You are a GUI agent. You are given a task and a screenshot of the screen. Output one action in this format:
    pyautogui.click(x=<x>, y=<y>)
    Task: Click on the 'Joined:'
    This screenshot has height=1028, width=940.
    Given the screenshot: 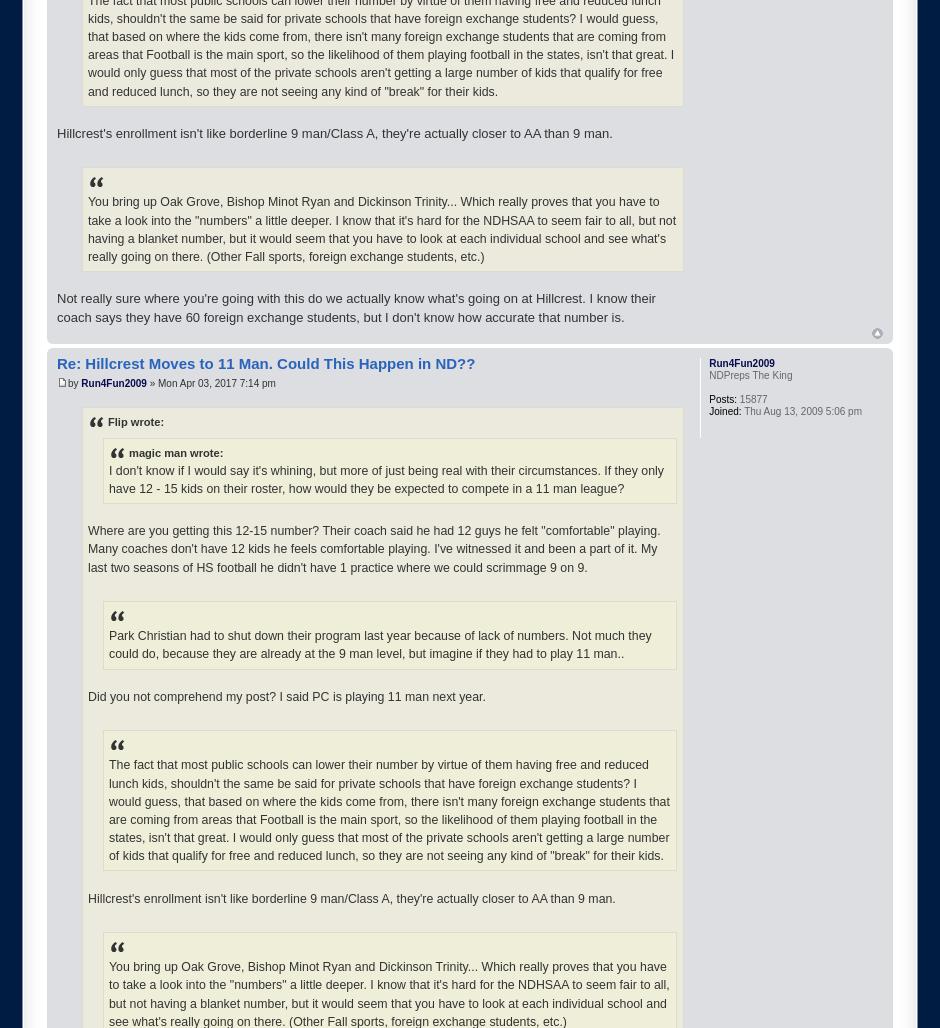 What is the action you would take?
    pyautogui.click(x=725, y=410)
    